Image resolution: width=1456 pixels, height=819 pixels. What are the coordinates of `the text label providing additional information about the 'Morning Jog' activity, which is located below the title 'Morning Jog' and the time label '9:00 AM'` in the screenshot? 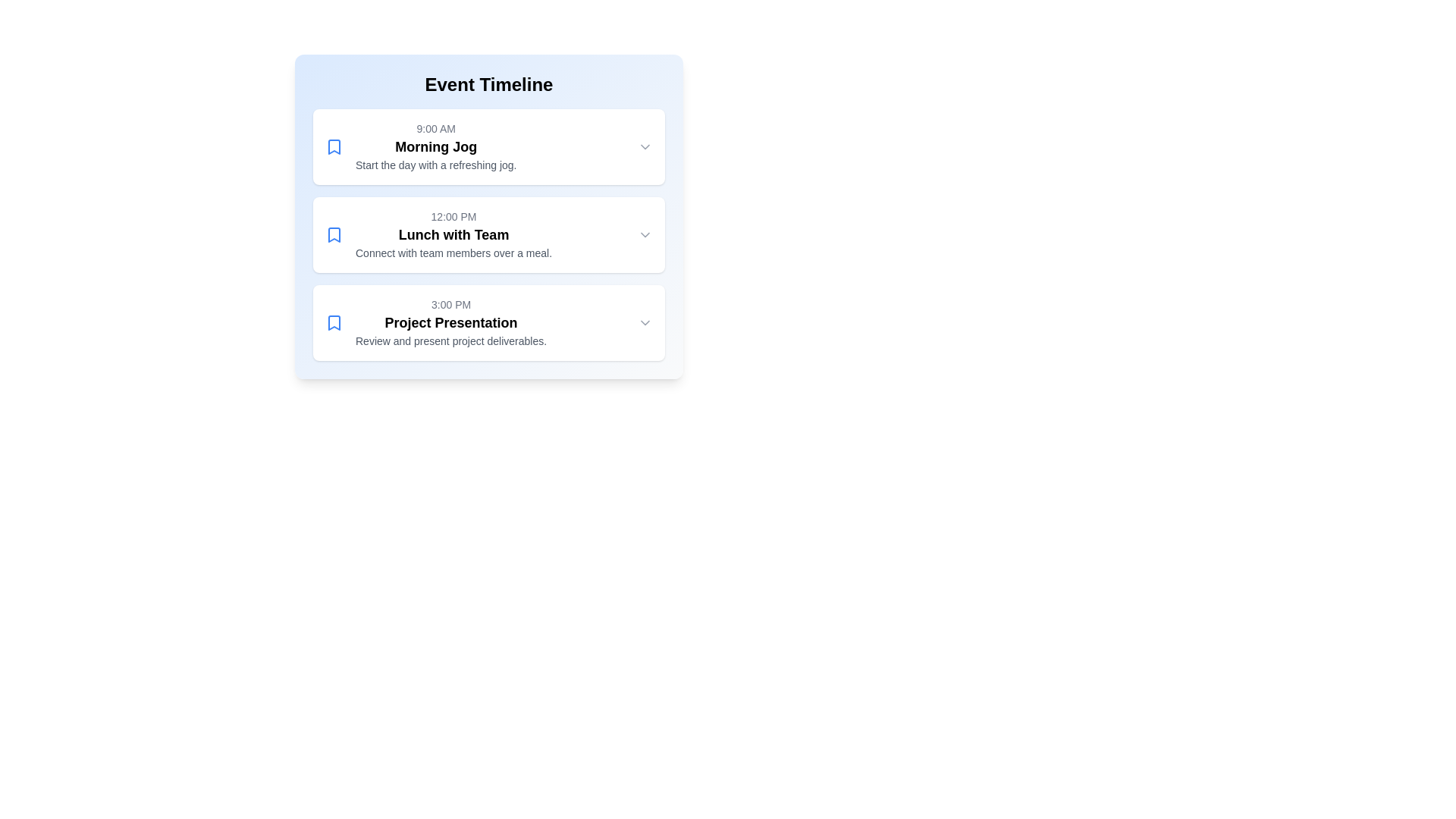 It's located at (435, 165).